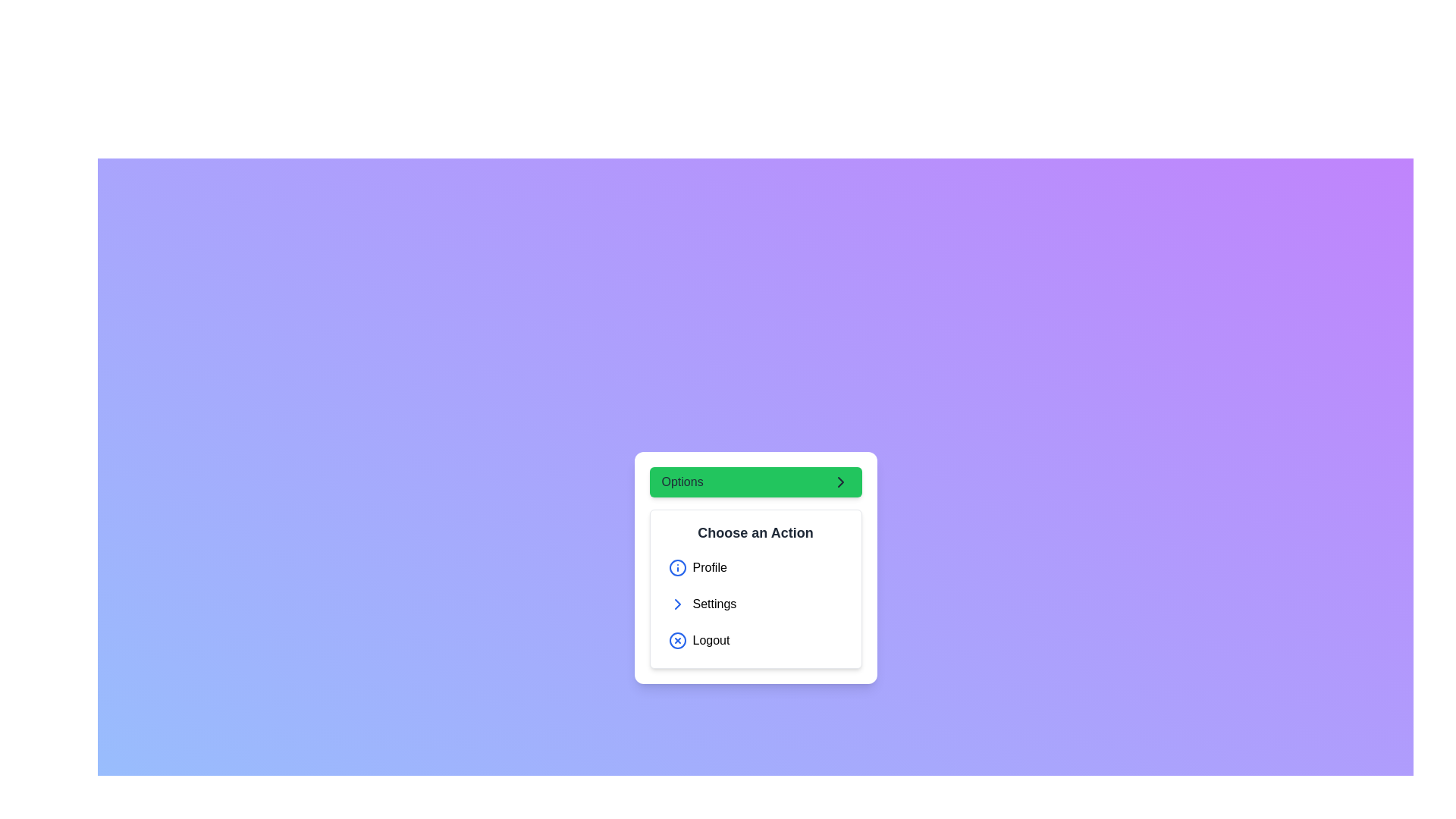 Image resolution: width=1456 pixels, height=819 pixels. I want to click on the right-facing chevron arrow icon, which is a small black vector graphic located at the far-right side of the green 'Options' button in the top section of the modal dialog, so click(839, 482).